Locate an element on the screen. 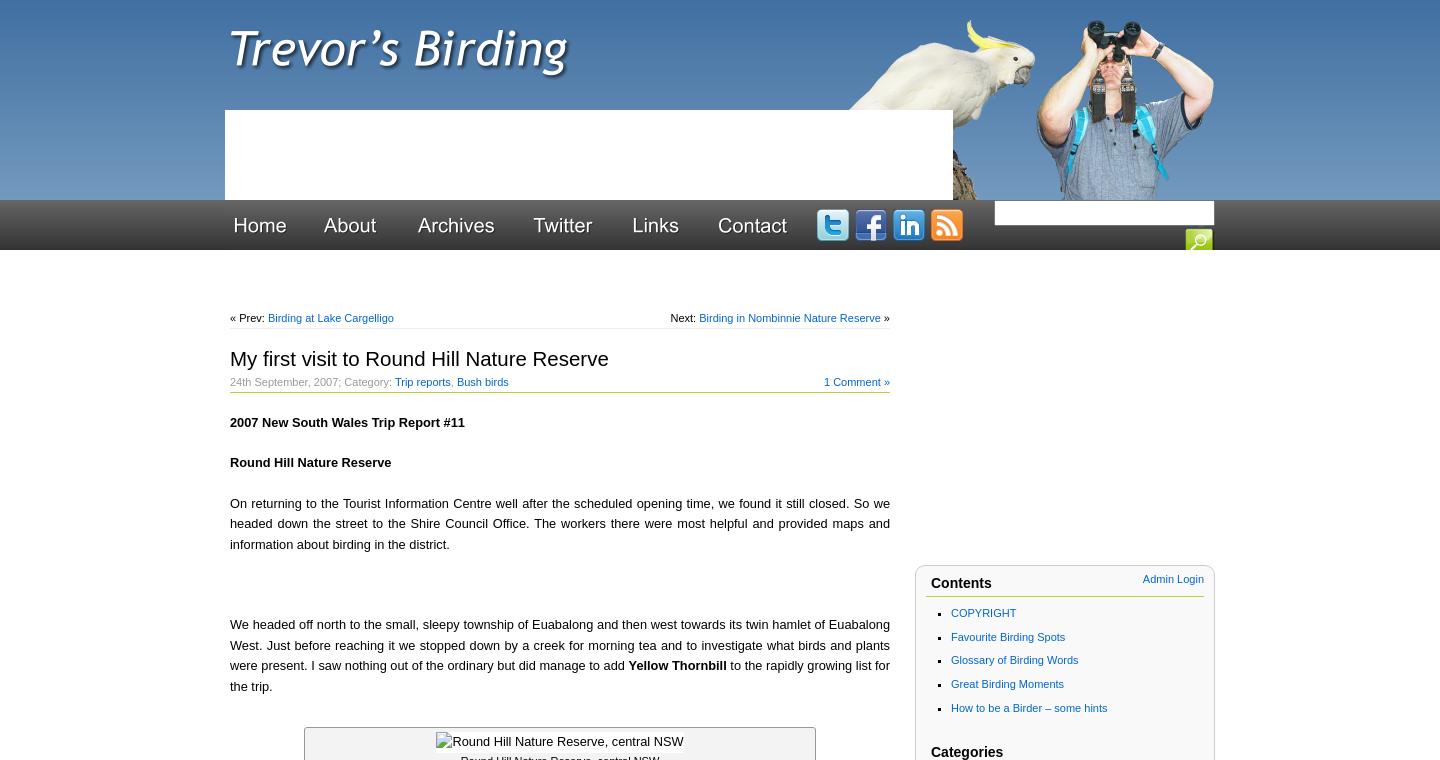  'Glossary of Birding Words' is located at coordinates (1013, 658).